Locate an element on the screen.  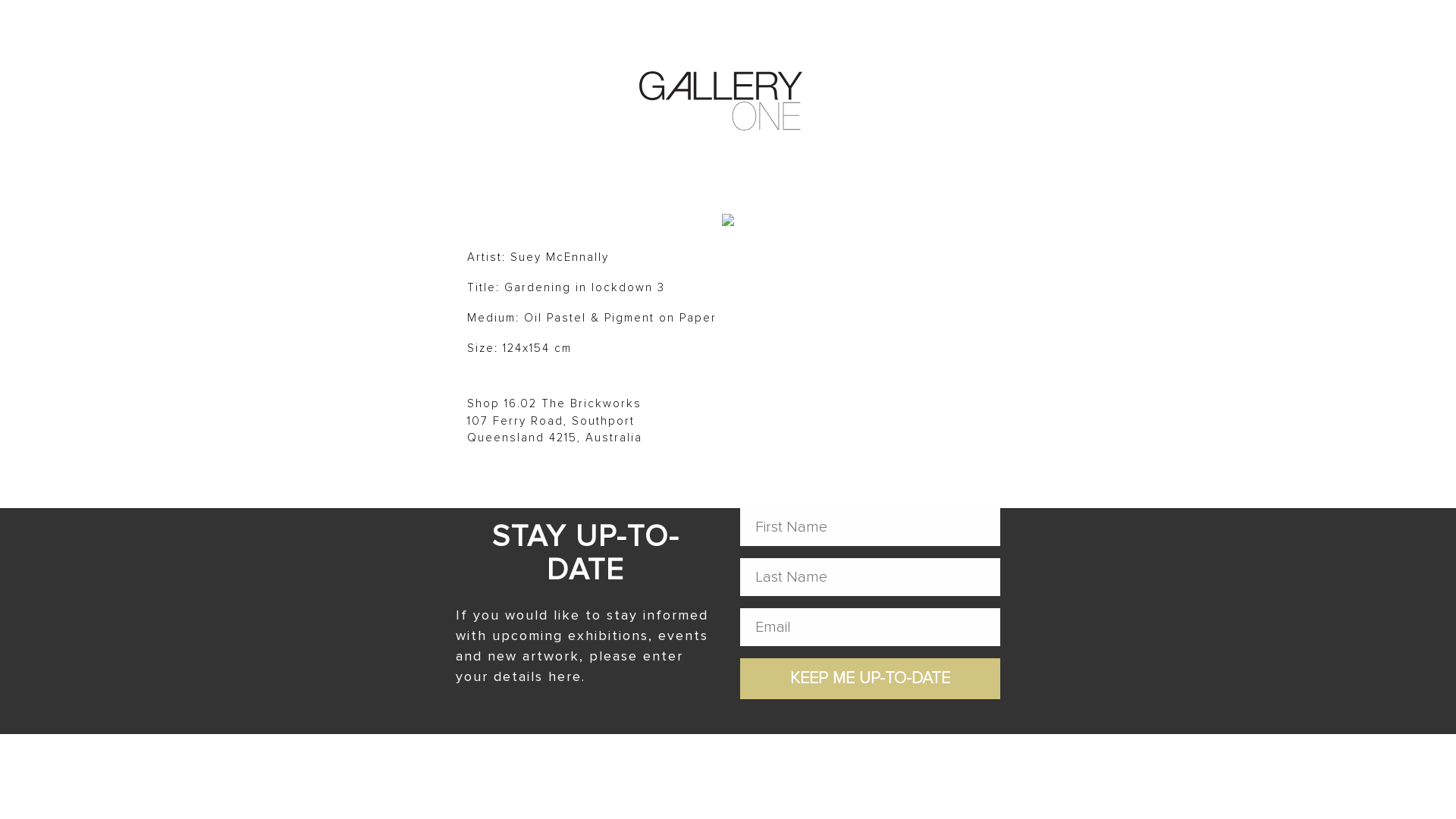
'Keep me up-to-date' is located at coordinates (870, 677).